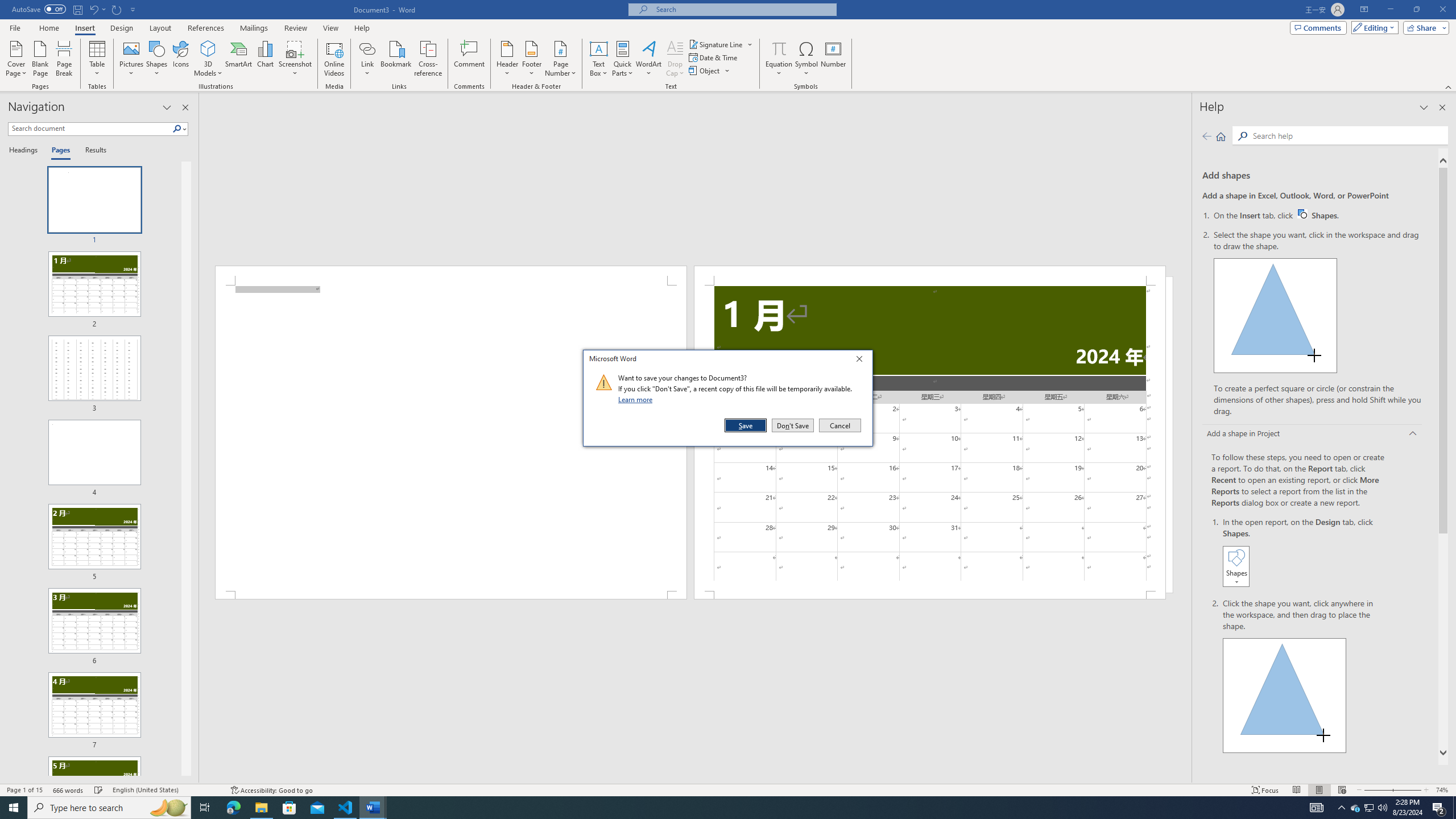  What do you see at coordinates (806, 59) in the screenshot?
I see `'Symbol'` at bounding box center [806, 59].